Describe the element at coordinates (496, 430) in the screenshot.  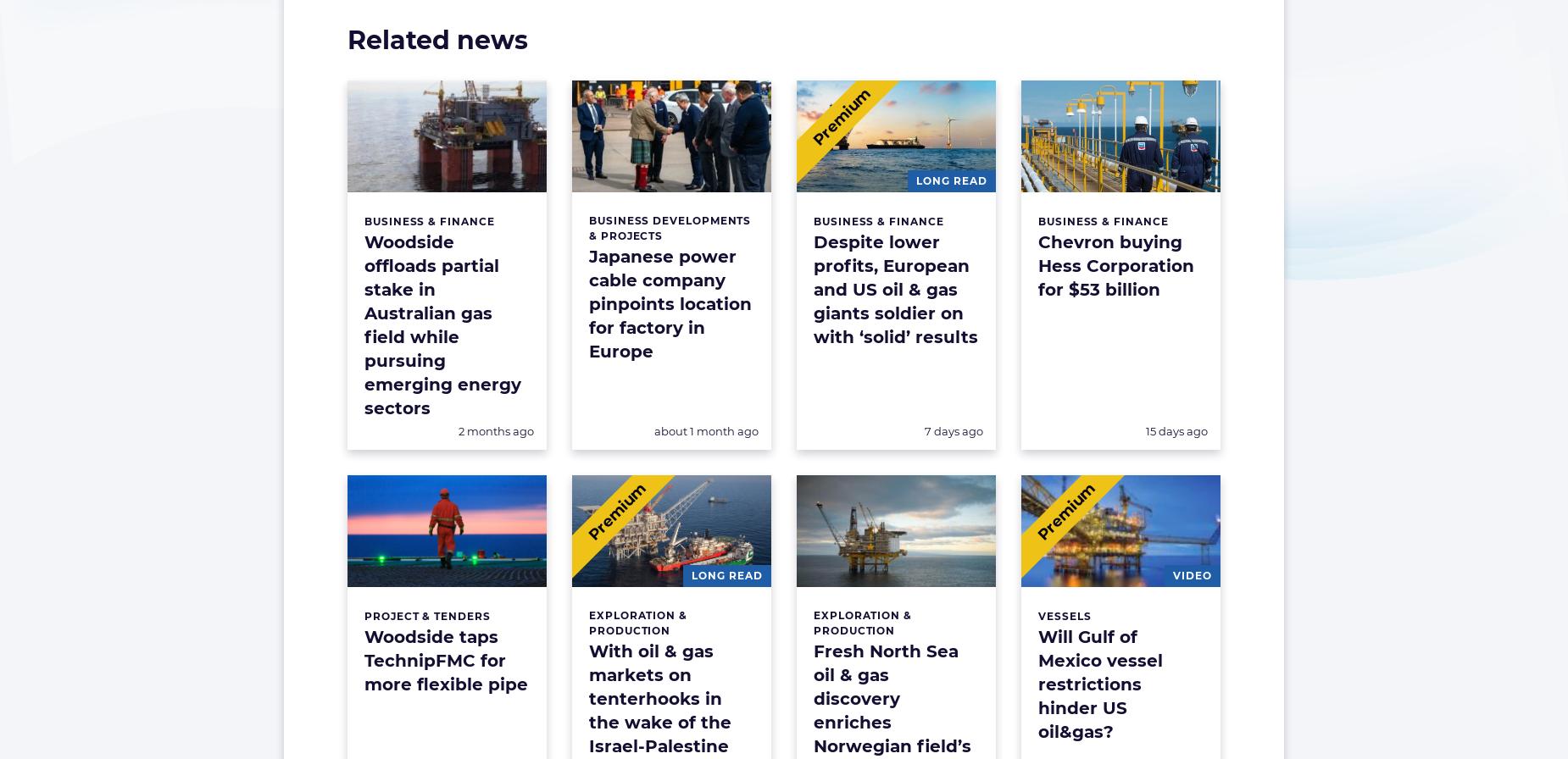
I see `'2 months ago'` at that location.